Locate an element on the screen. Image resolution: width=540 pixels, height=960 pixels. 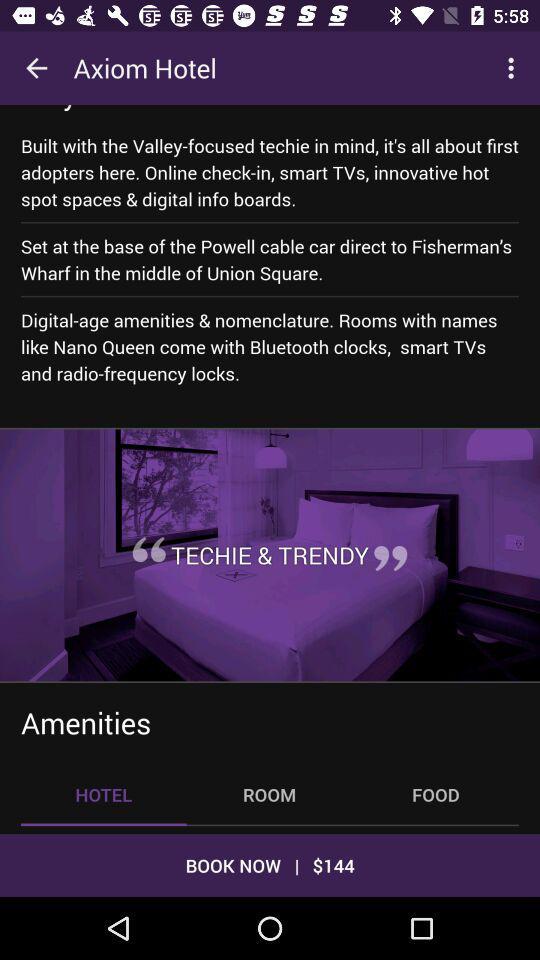
icon below digital age amenities icon is located at coordinates (270, 555).